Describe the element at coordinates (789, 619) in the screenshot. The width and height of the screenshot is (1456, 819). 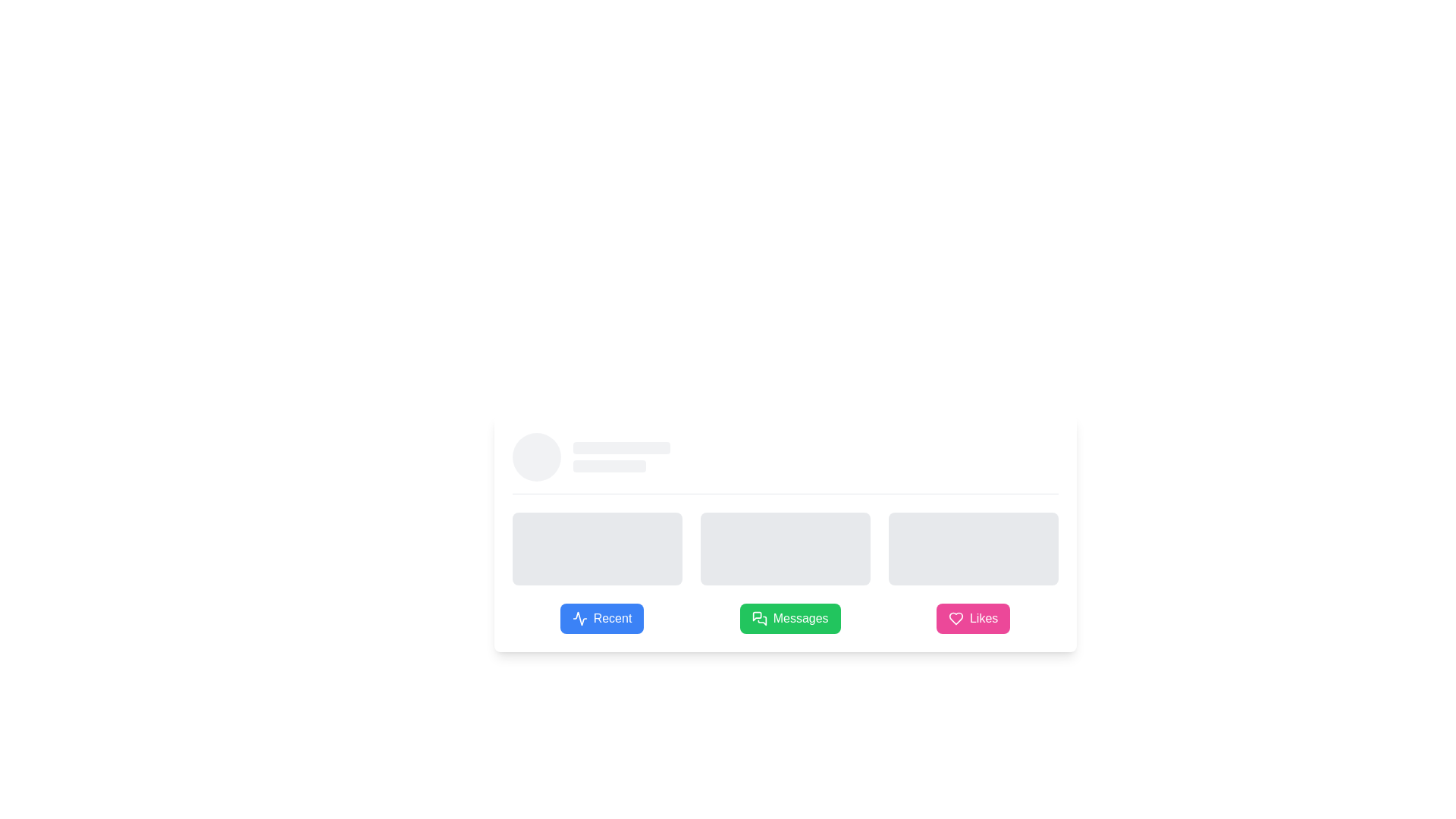
I see `the 'Messages' button, which is centrally positioned between the 'Recent' and 'Likes' buttons, to observe the hover effects` at that location.